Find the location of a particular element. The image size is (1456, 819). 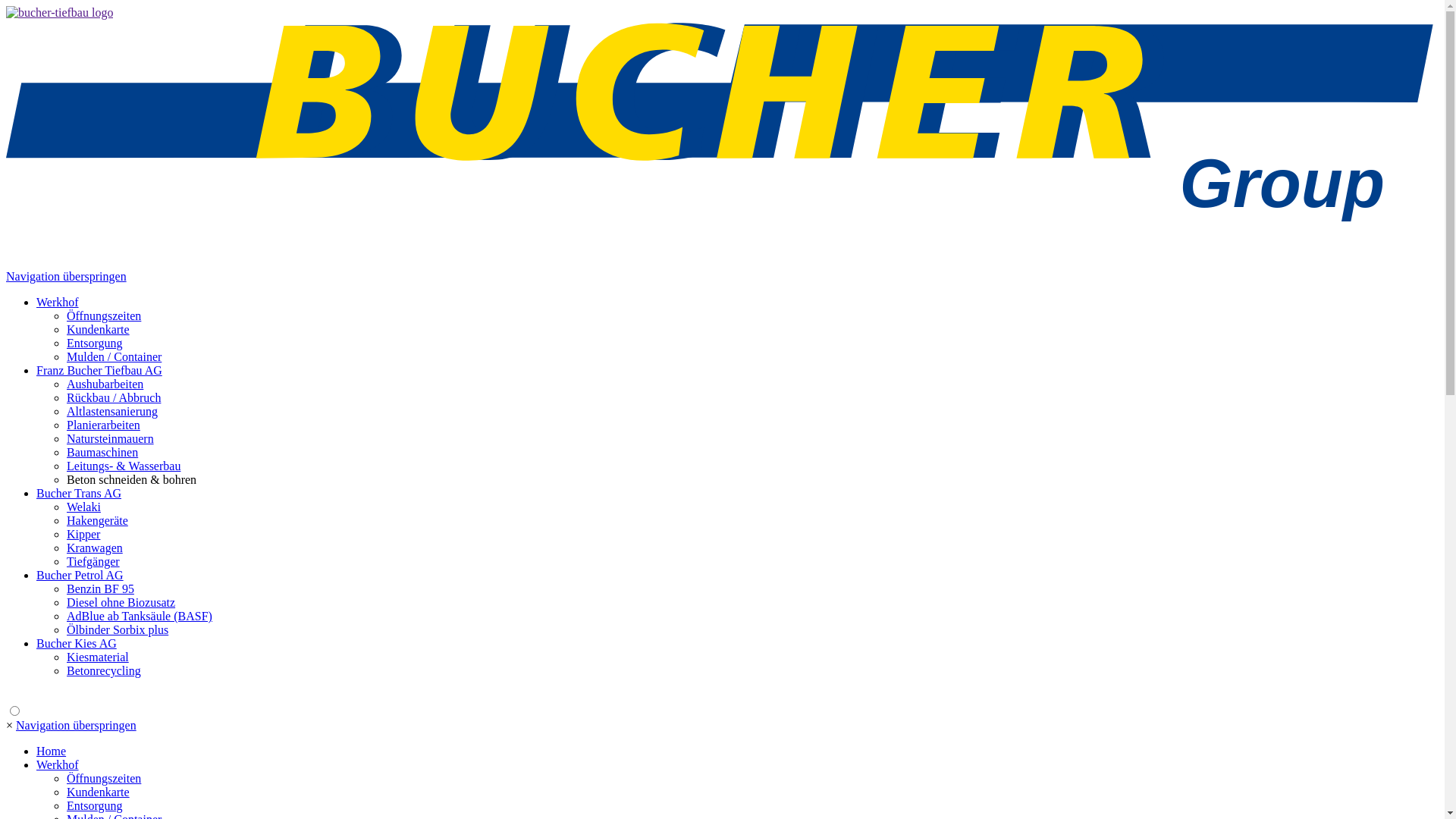

'Baumaschinen' is located at coordinates (65, 451).